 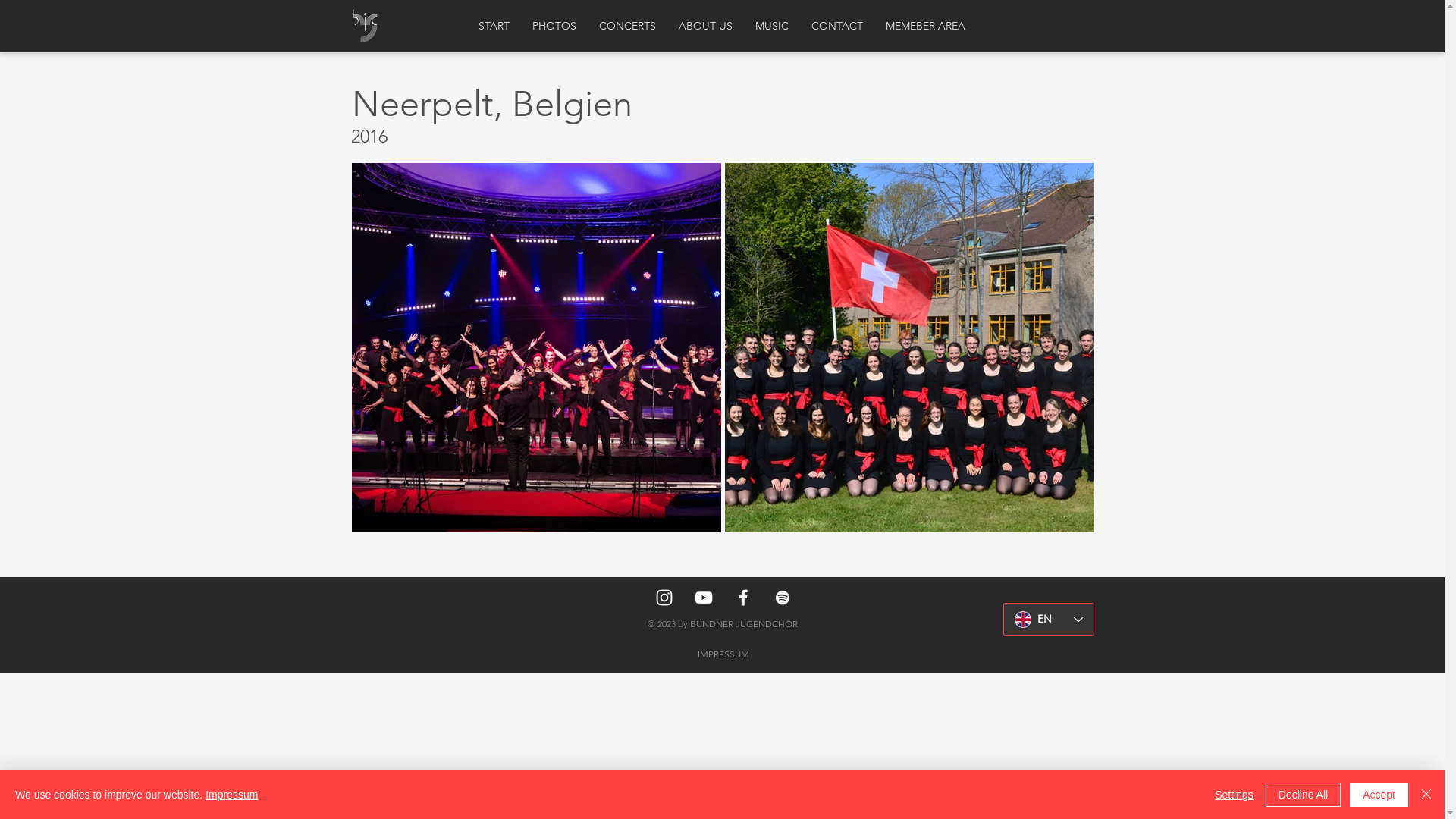 What do you see at coordinates (924, 26) in the screenshot?
I see `'MEMEBER AREA'` at bounding box center [924, 26].